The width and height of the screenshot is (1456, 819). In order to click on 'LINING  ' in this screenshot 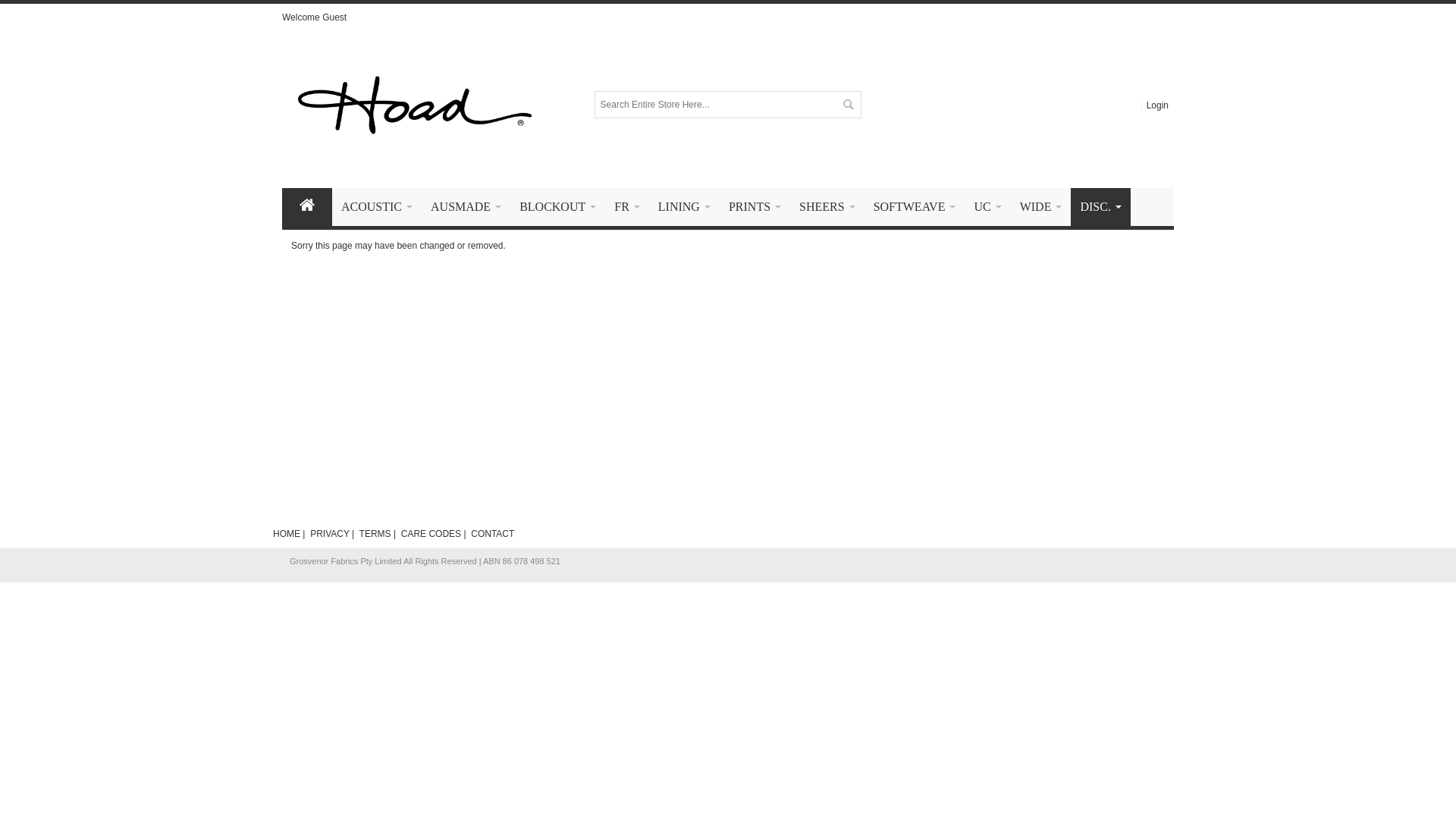, I will do `click(648, 207)`.